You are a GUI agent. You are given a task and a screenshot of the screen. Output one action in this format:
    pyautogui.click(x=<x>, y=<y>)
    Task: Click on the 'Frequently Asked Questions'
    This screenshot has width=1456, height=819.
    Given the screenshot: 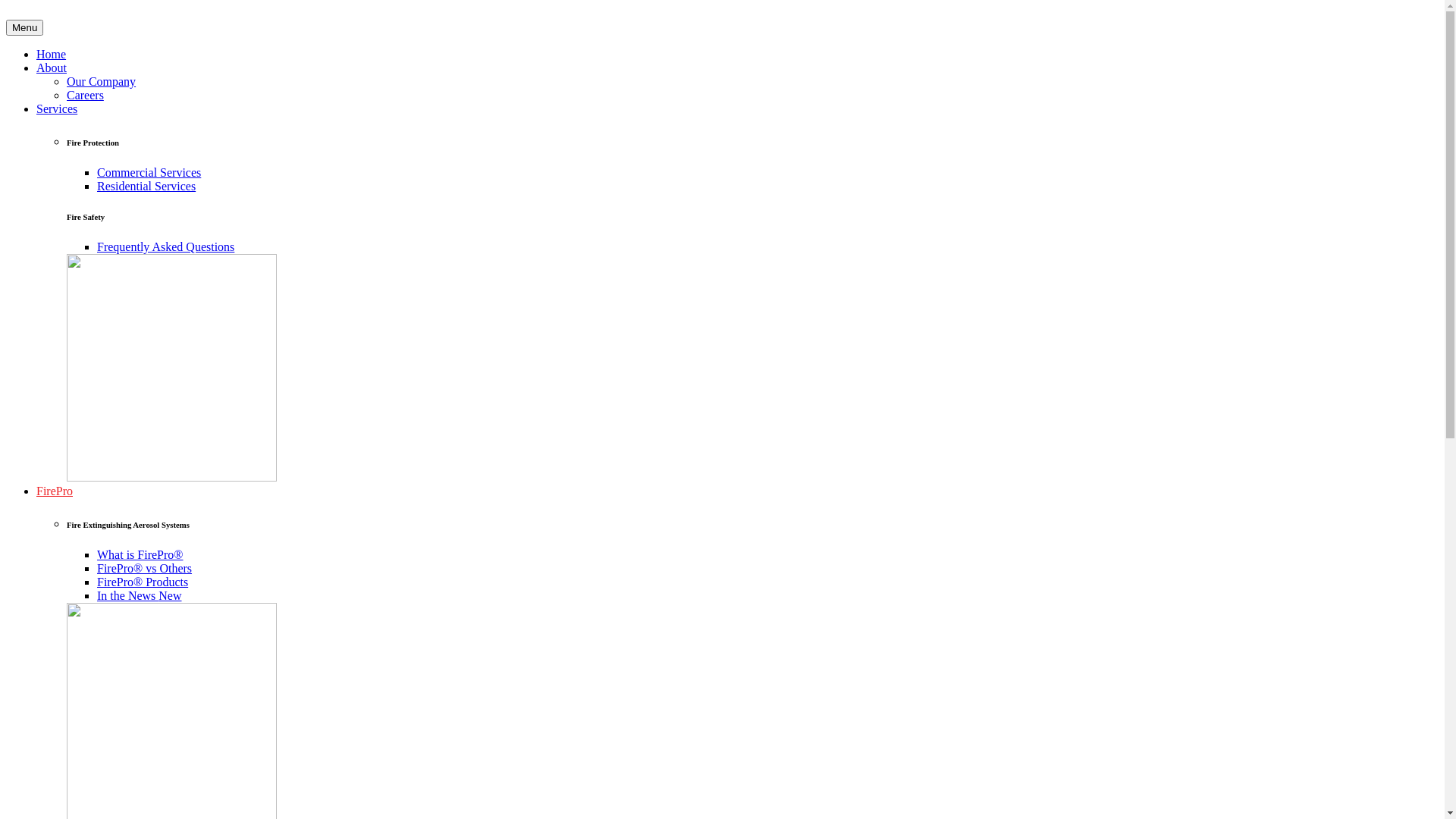 What is the action you would take?
    pyautogui.click(x=96, y=246)
    